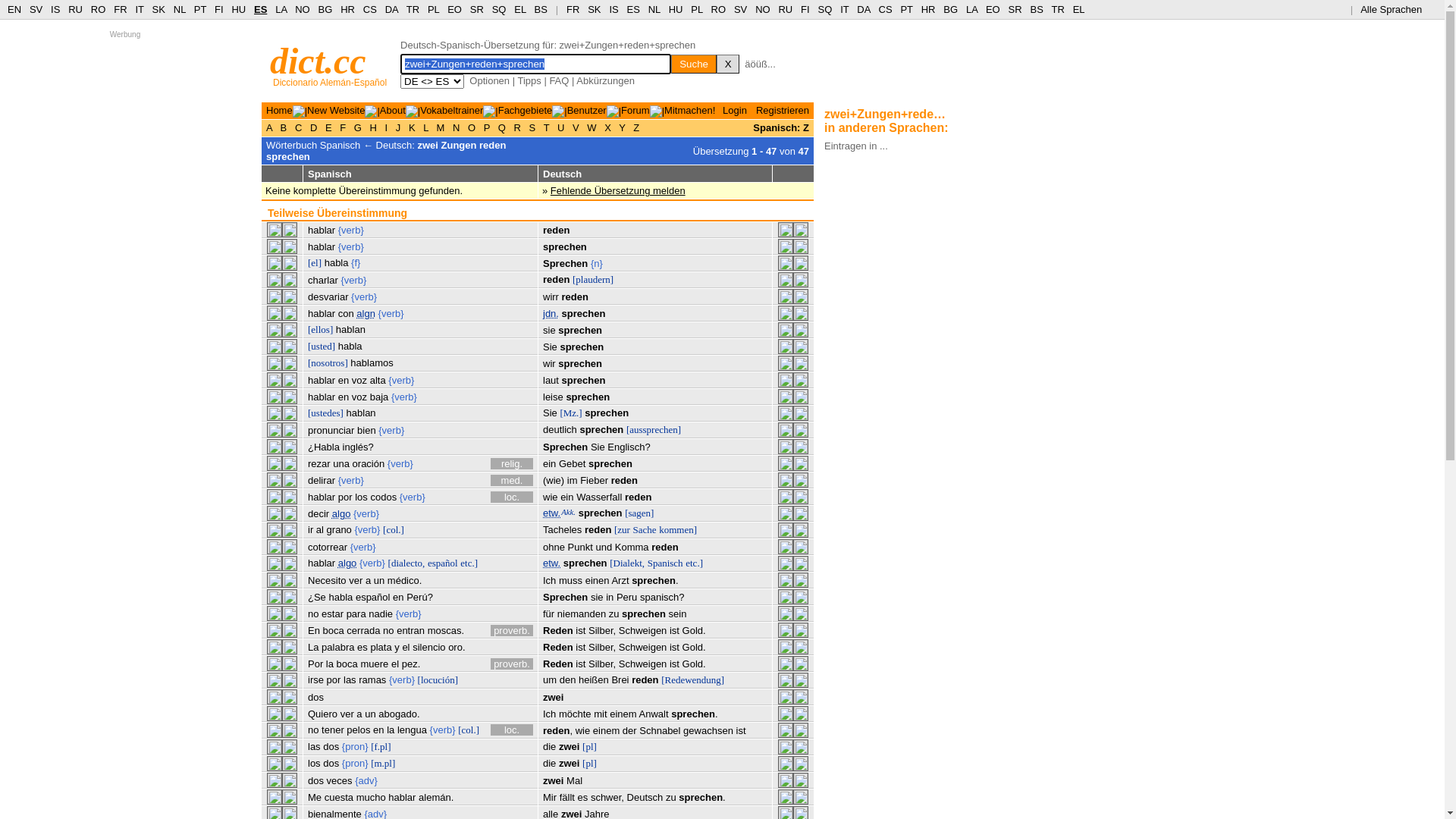 This screenshot has width=1456, height=819. What do you see at coordinates (512, 463) in the screenshot?
I see `'relig.'` at bounding box center [512, 463].